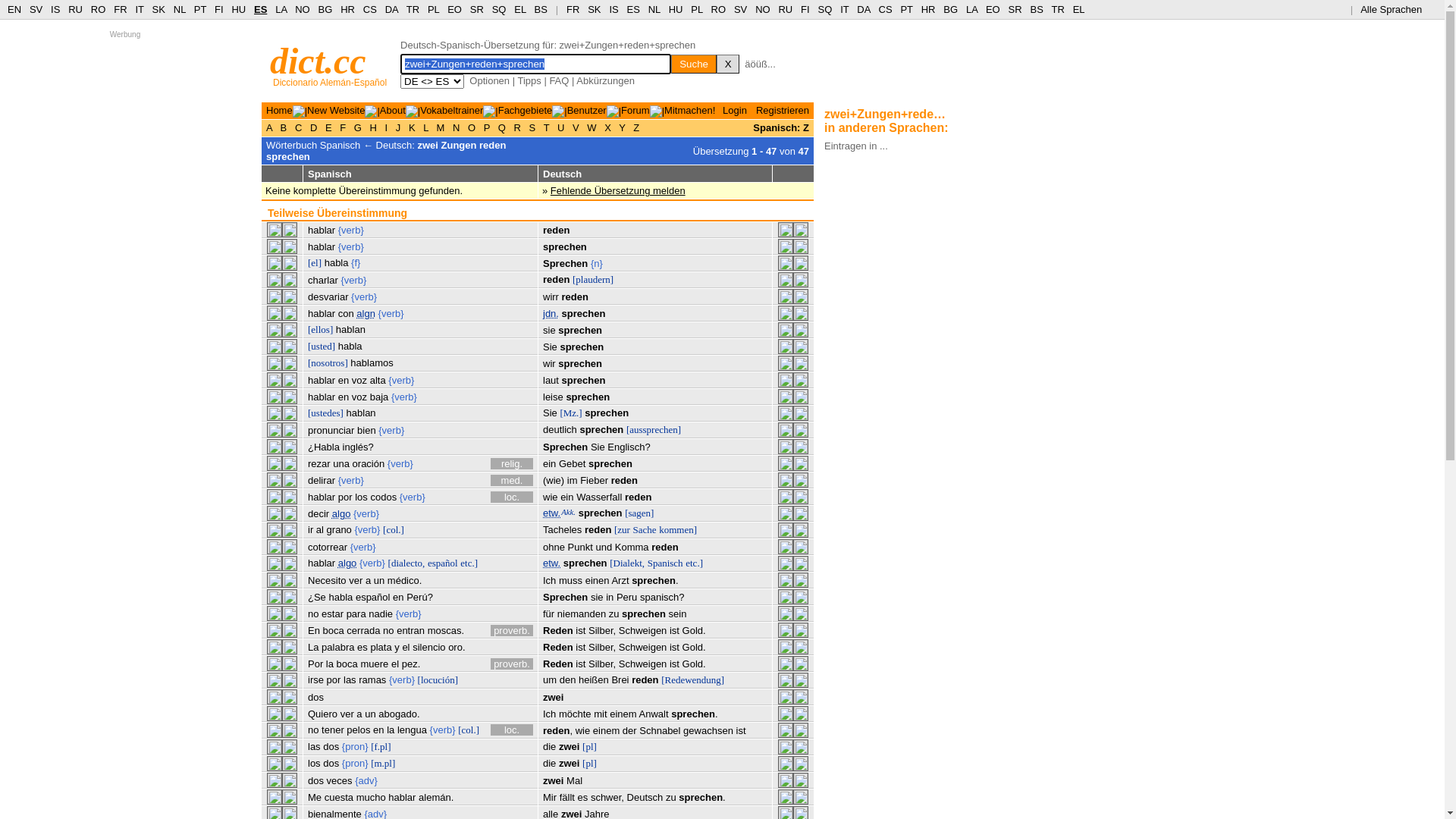 This screenshot has width=1456, height=819. What do you see at coordinates (512, 463) in the screenshot?
I see `'relig.'` at bounding box center [512, 463].